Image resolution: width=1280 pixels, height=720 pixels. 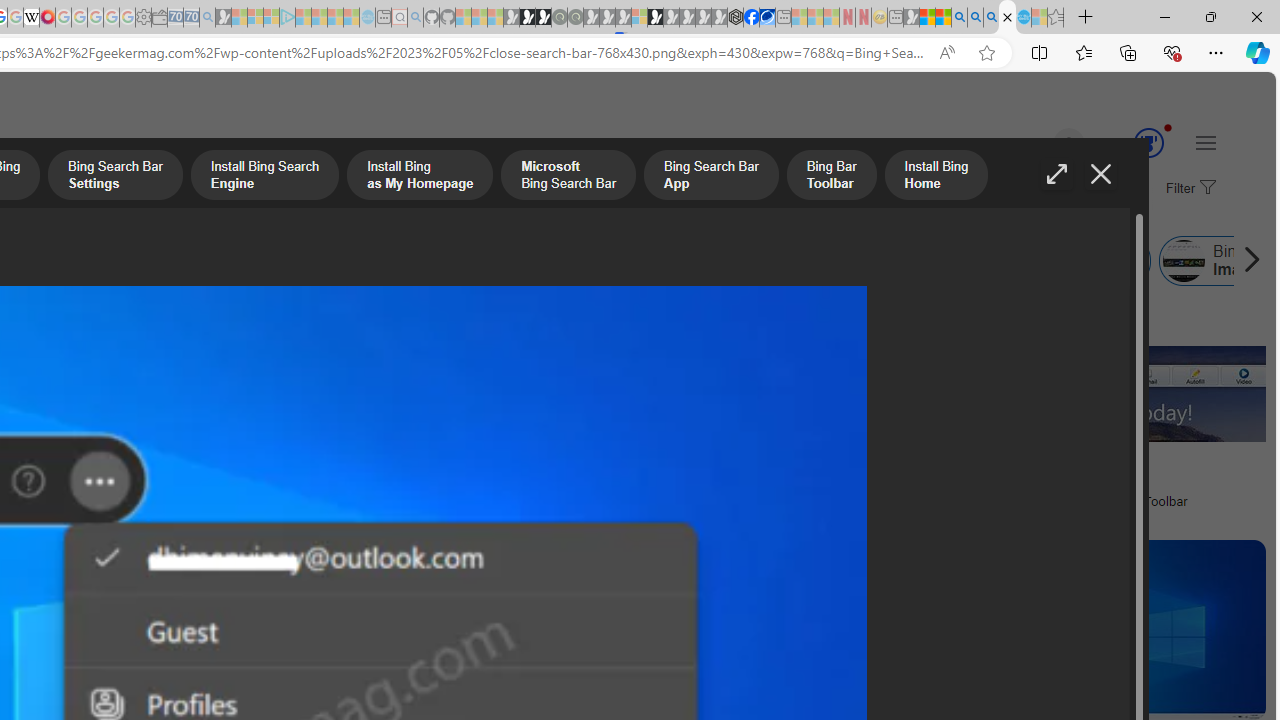 What do you see at coordinates (1007, 17) in the screenshot?
I see `'Bing Search Bar Install - Search Images'` at bounding box center [1007, 17].